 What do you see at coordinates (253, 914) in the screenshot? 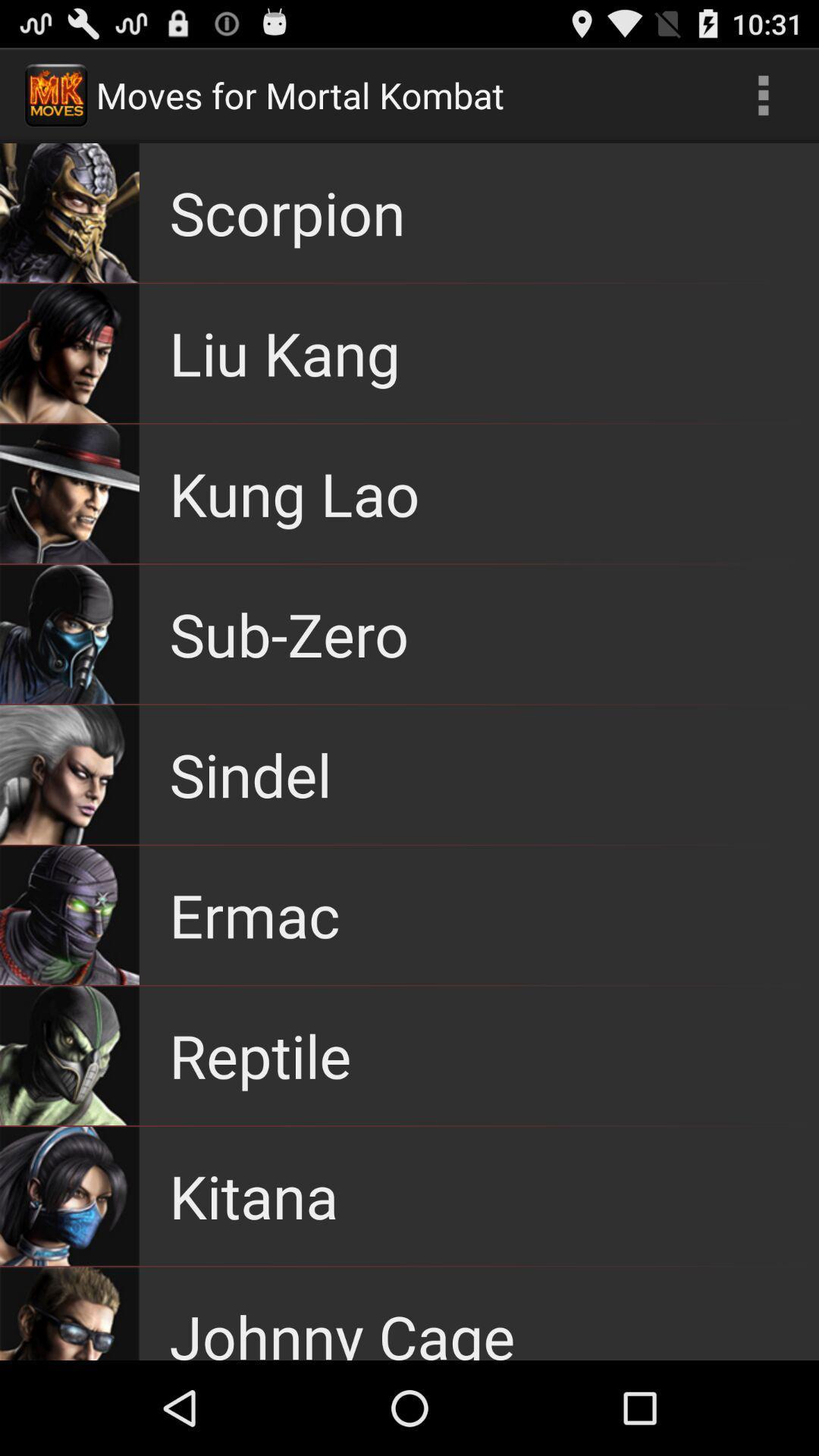
I see `item below the sindel` at bounding box center [253, 914].